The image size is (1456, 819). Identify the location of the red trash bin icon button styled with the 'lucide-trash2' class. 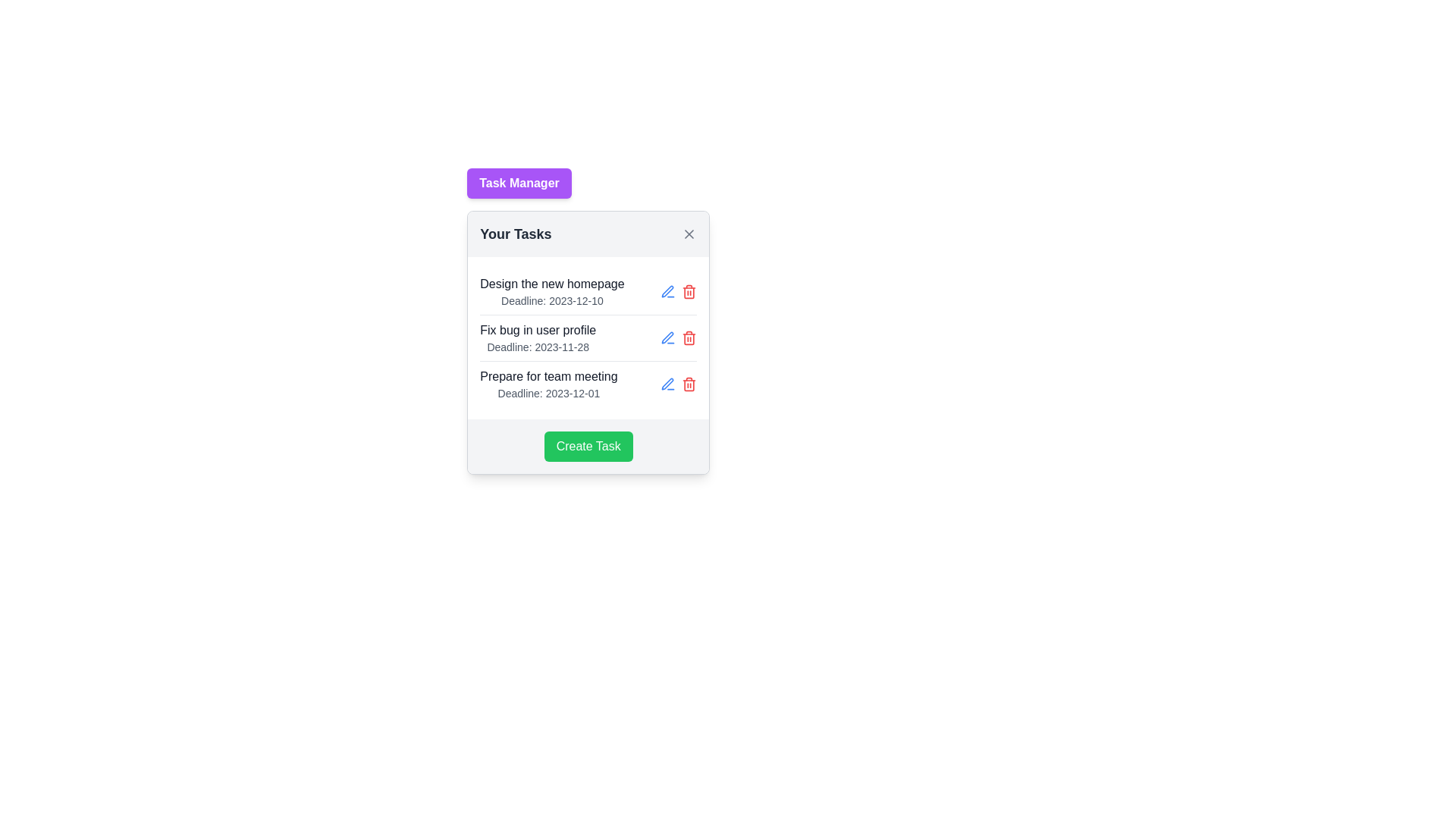
(688, 292).